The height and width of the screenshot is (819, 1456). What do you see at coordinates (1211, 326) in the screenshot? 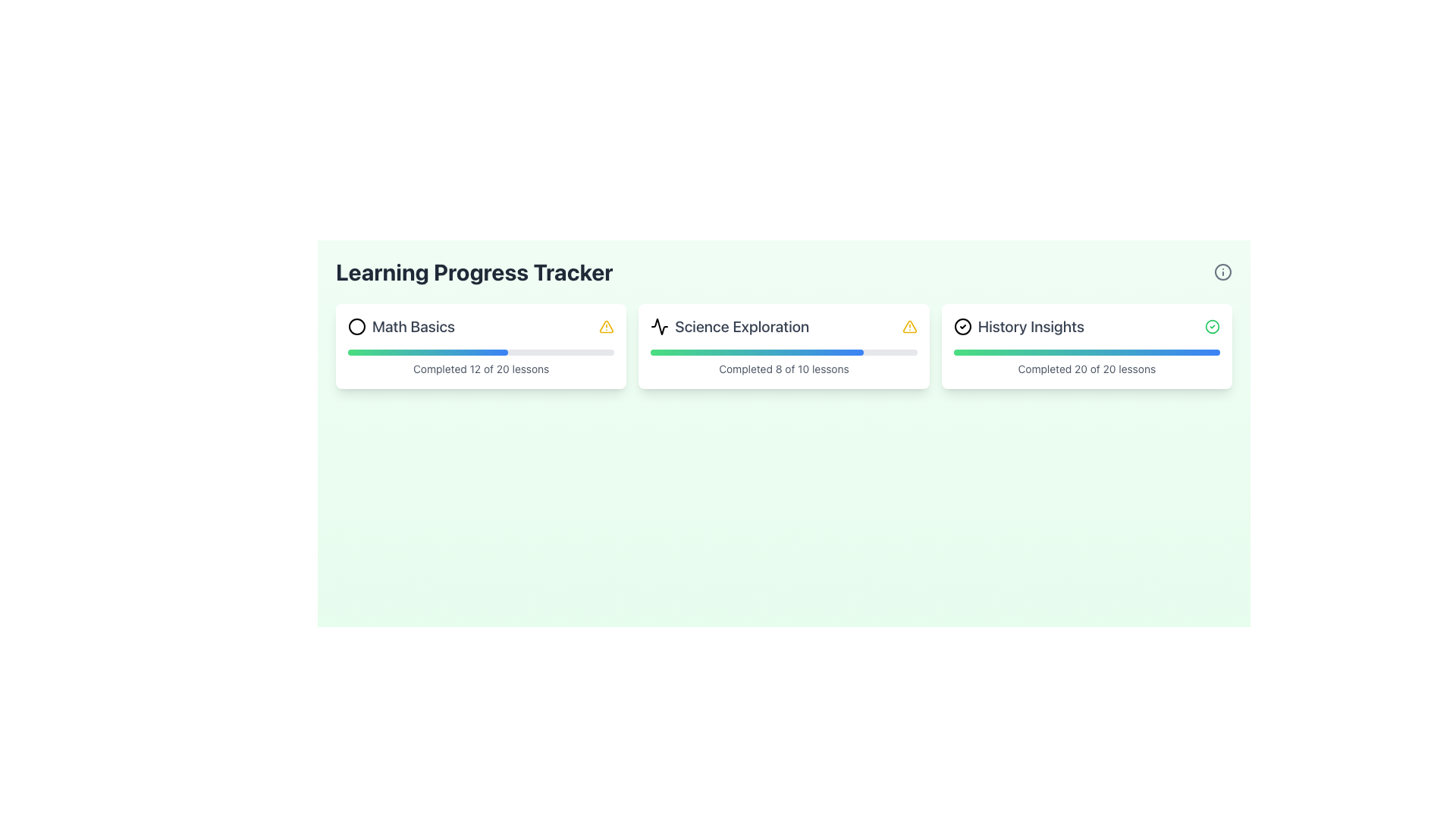
I see `the green circular checkmark icon indicating a completed state, located in the top-right corner of the 'History Insights' section` at bounding box center [1211, 326].